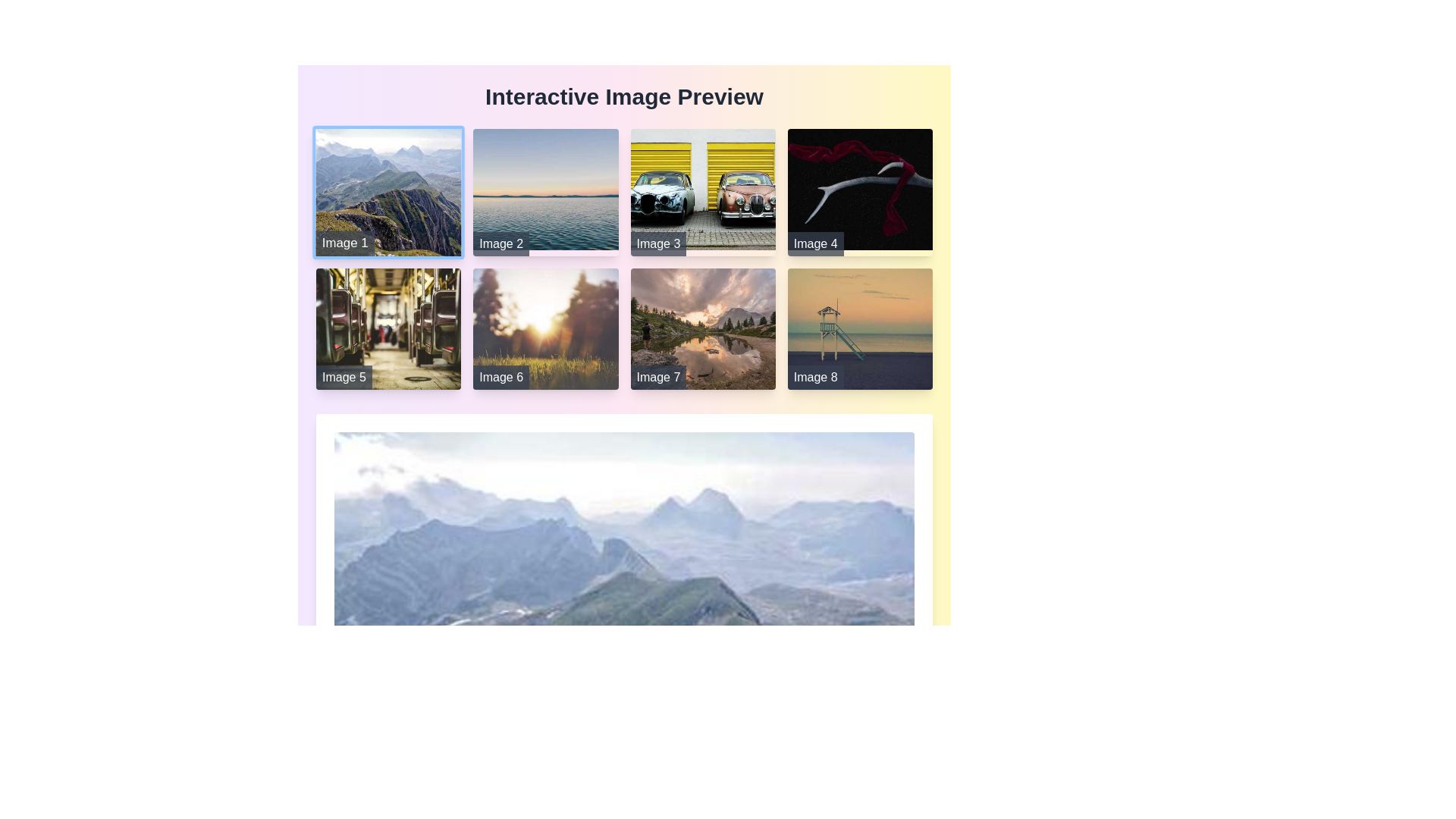  Describe the element at coordinates (860, 328) in the screenshot. I see `the Image Card displaying a scenic beach view labeled 'Image 8' in the lower-right corner of the grid` at that location.